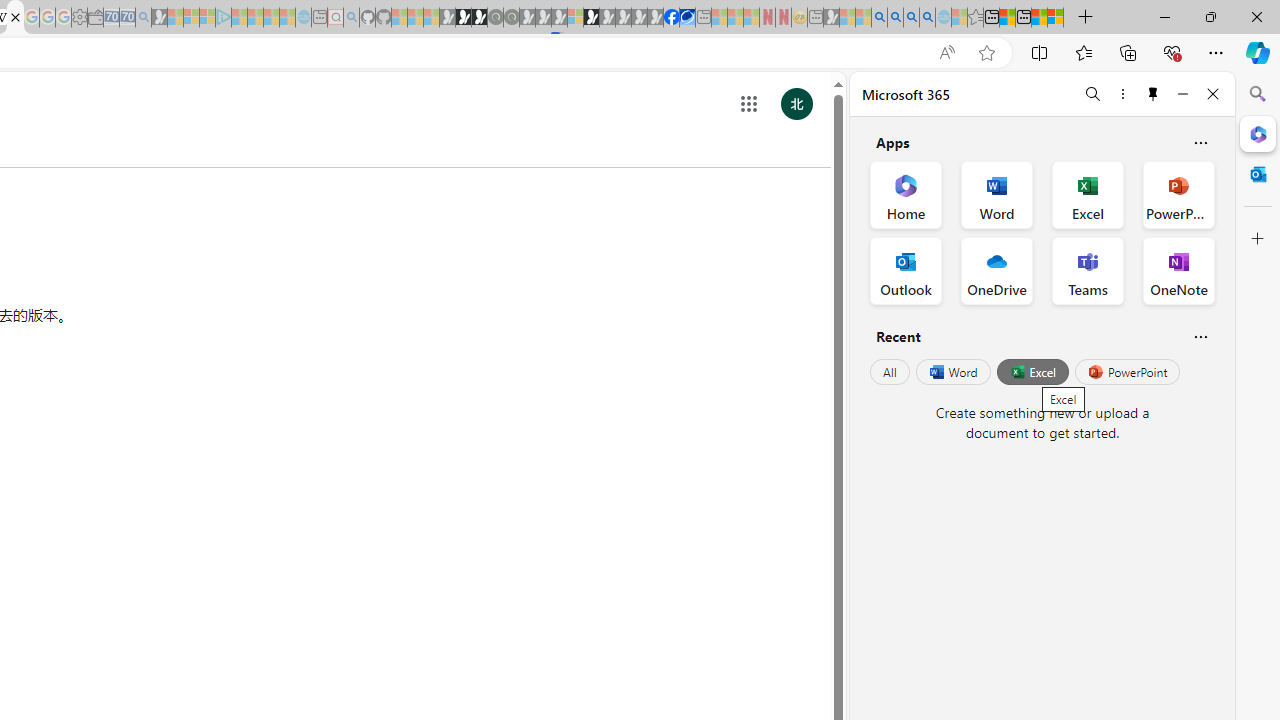 The image size is (1280, 720). I want to click on 'PowerPoint Office App', so click(1178, 195).